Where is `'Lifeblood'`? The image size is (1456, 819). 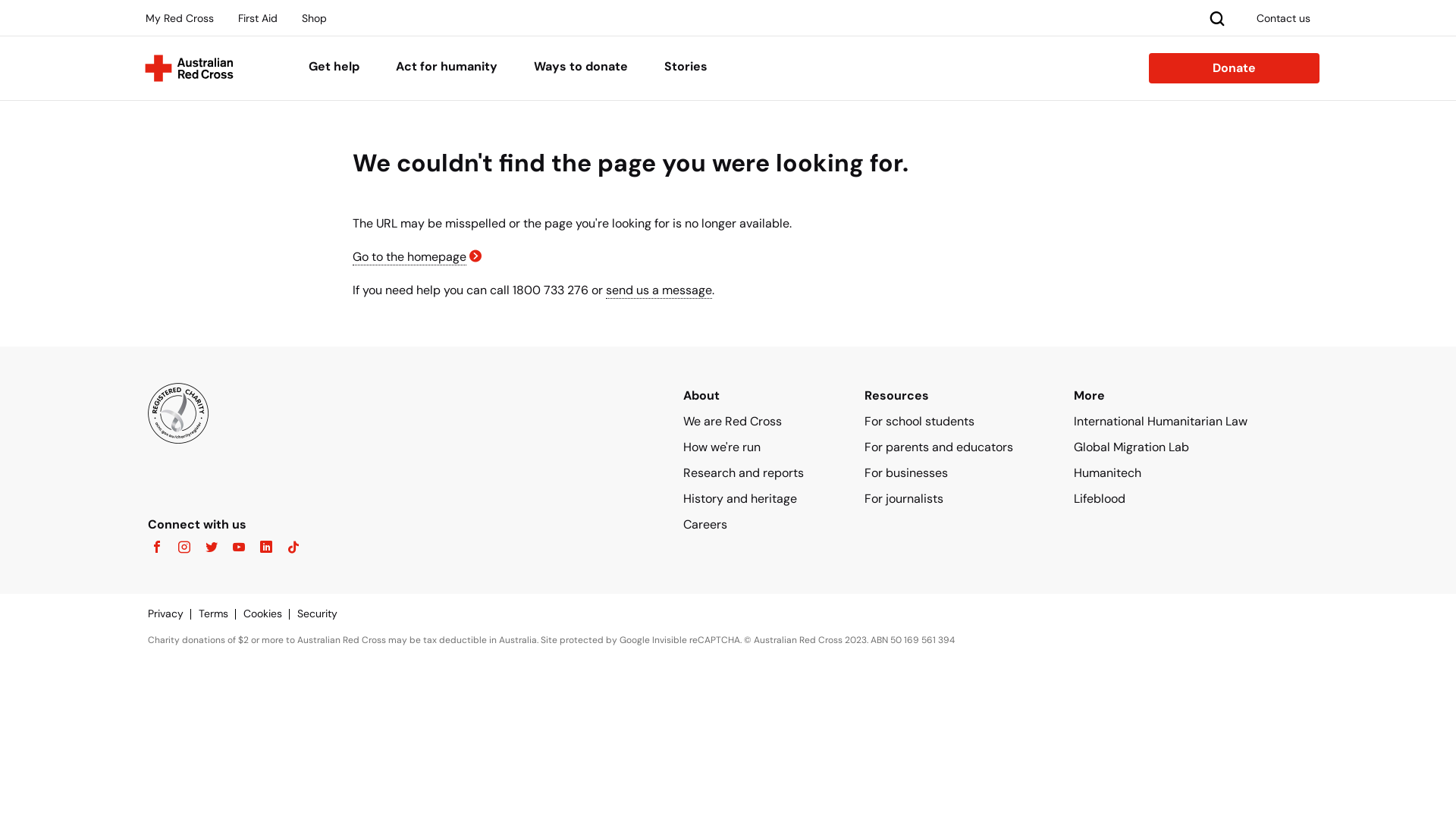
'Lifeblood' is located at coordinates (1099, 498).